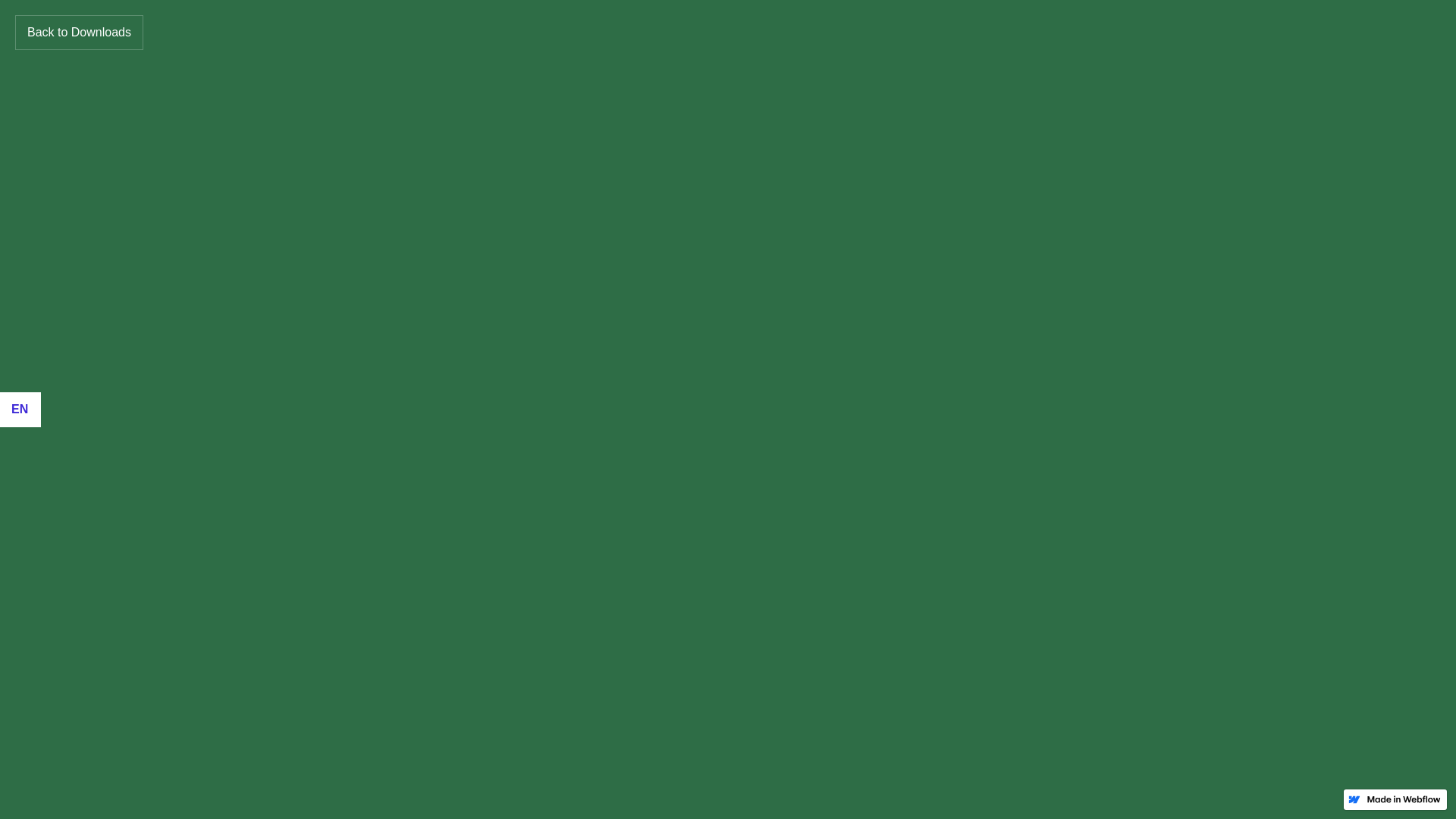  What do you see at coordinates (78, 32) in the screenshot?
I see `'Back to Downloads'` at bounding box center [78, 32].